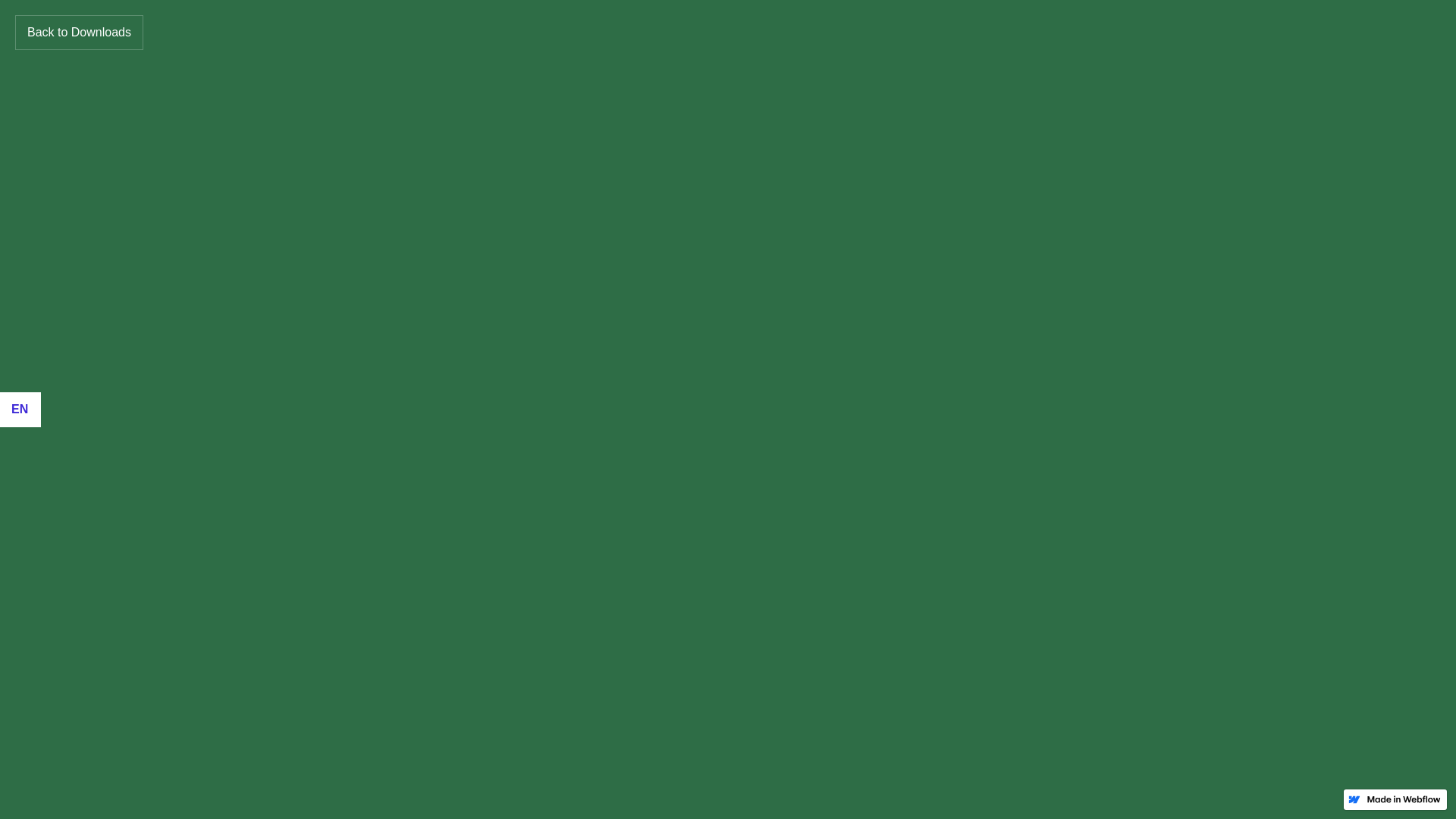  What do you see at coordinates (78, 32) in the screenshot?
I see `'Back to Downloads'` at bounding box center [78, 32].